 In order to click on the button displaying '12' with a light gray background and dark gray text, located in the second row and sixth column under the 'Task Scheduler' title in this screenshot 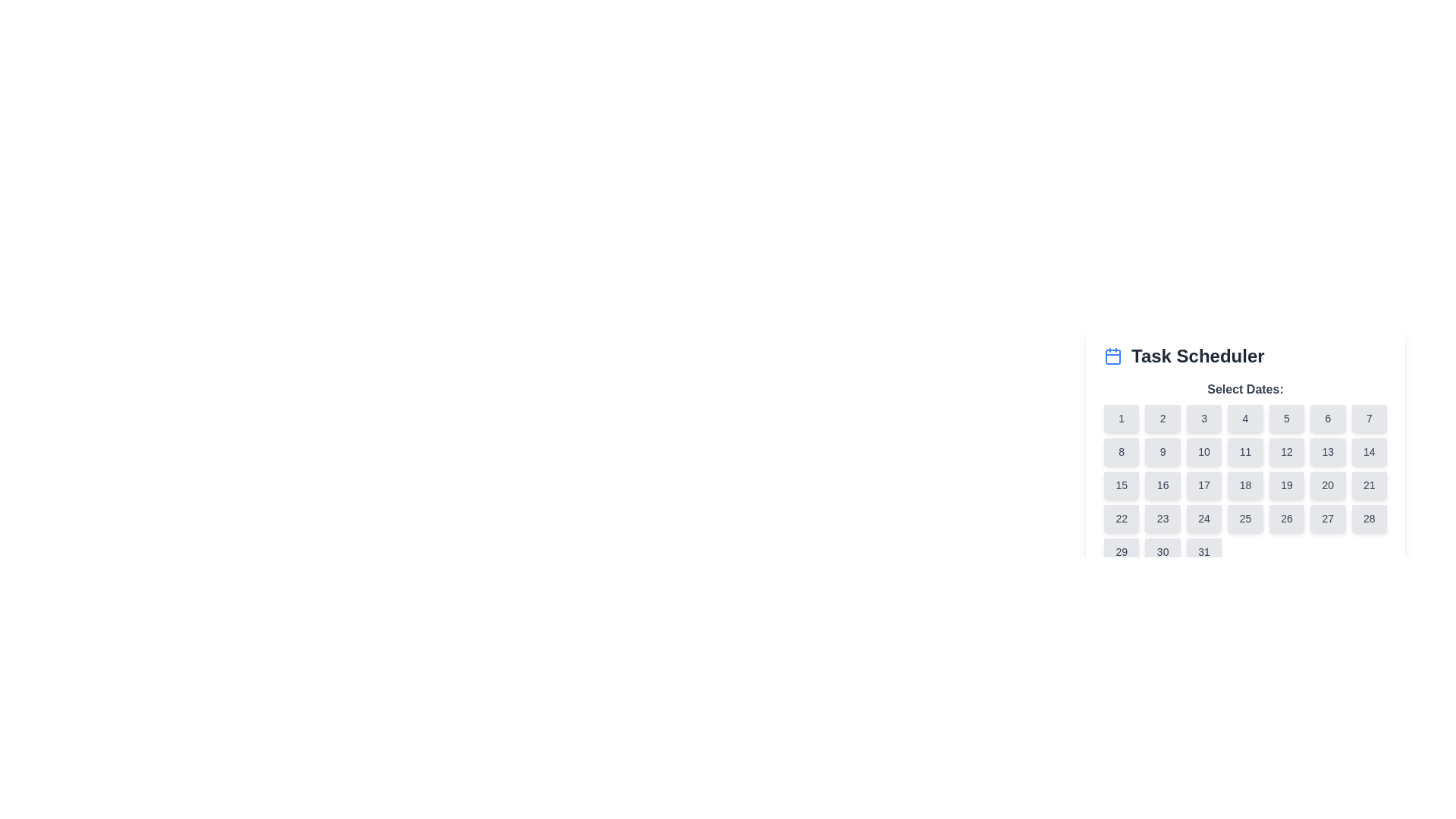, I will do `click(1285, 451)`.